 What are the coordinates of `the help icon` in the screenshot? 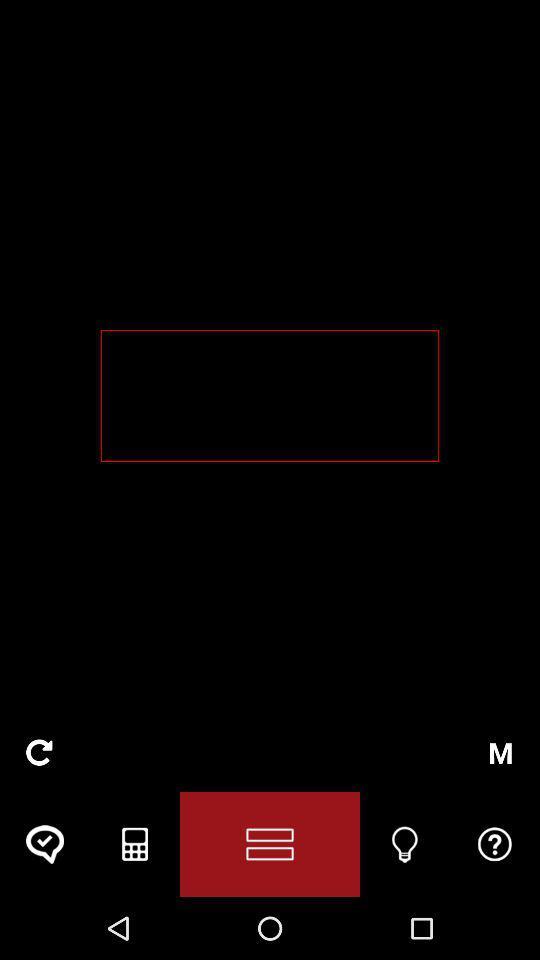 It's located at (503, 906).